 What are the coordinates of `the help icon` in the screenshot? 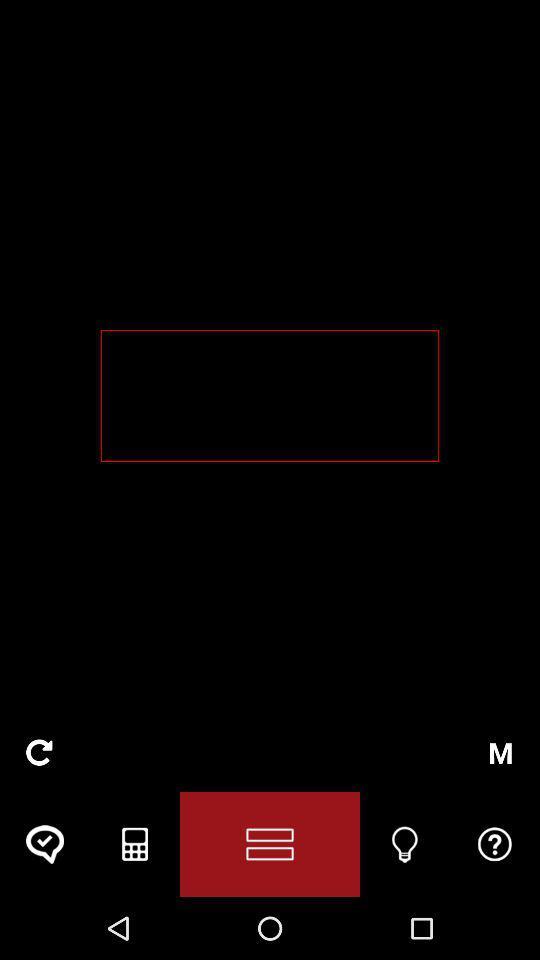 It's located at (503, 906).